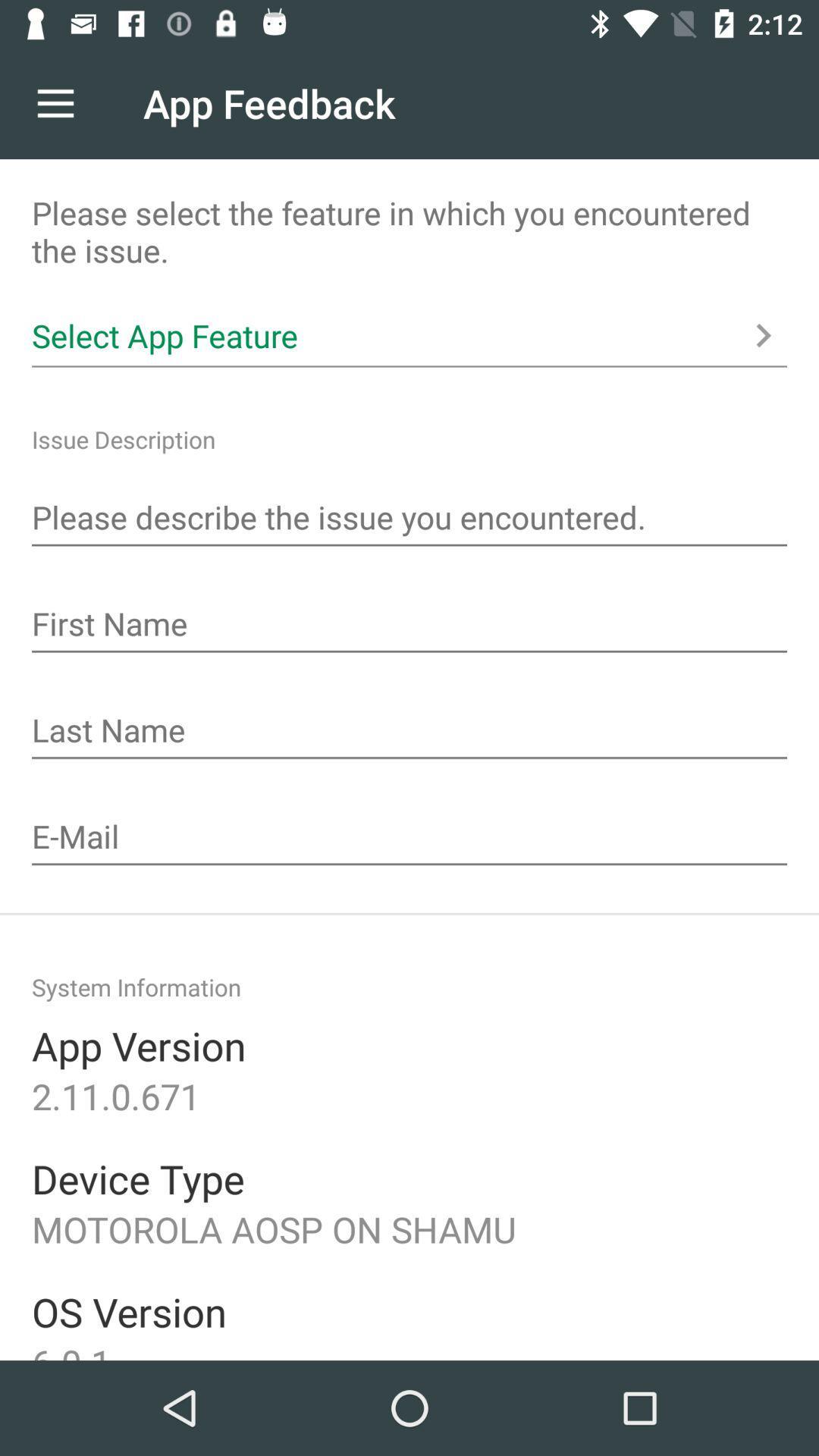 The height and width of the screenshot is (1456, 819). Describe the element at coordinates (409, 837) in the screenshot. I see `the place to enter in your email for a delivery sight` at that location.